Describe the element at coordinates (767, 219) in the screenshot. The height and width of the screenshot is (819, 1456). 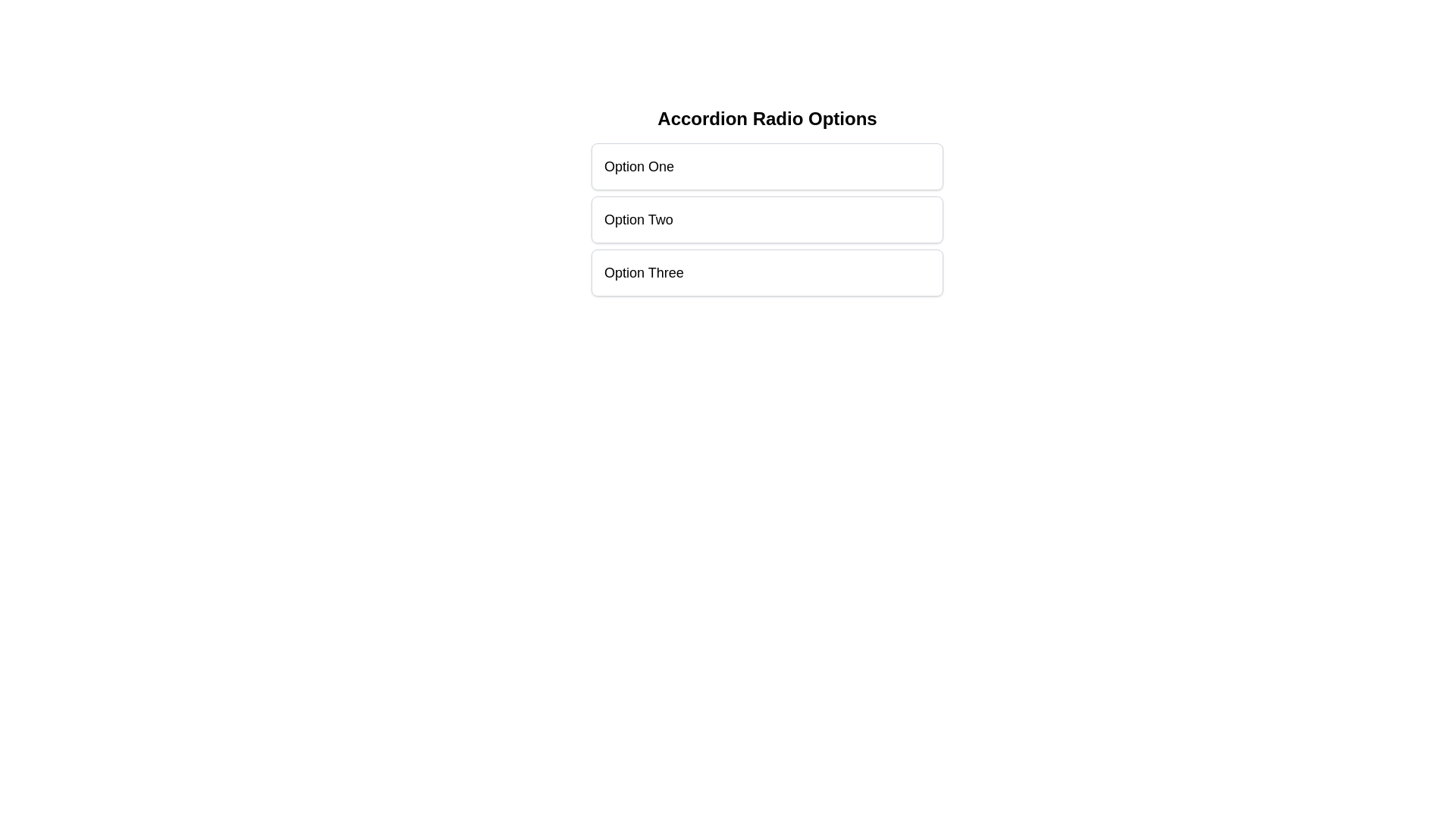
I see `the second option button in a vertically stacked group of three options` at that location.